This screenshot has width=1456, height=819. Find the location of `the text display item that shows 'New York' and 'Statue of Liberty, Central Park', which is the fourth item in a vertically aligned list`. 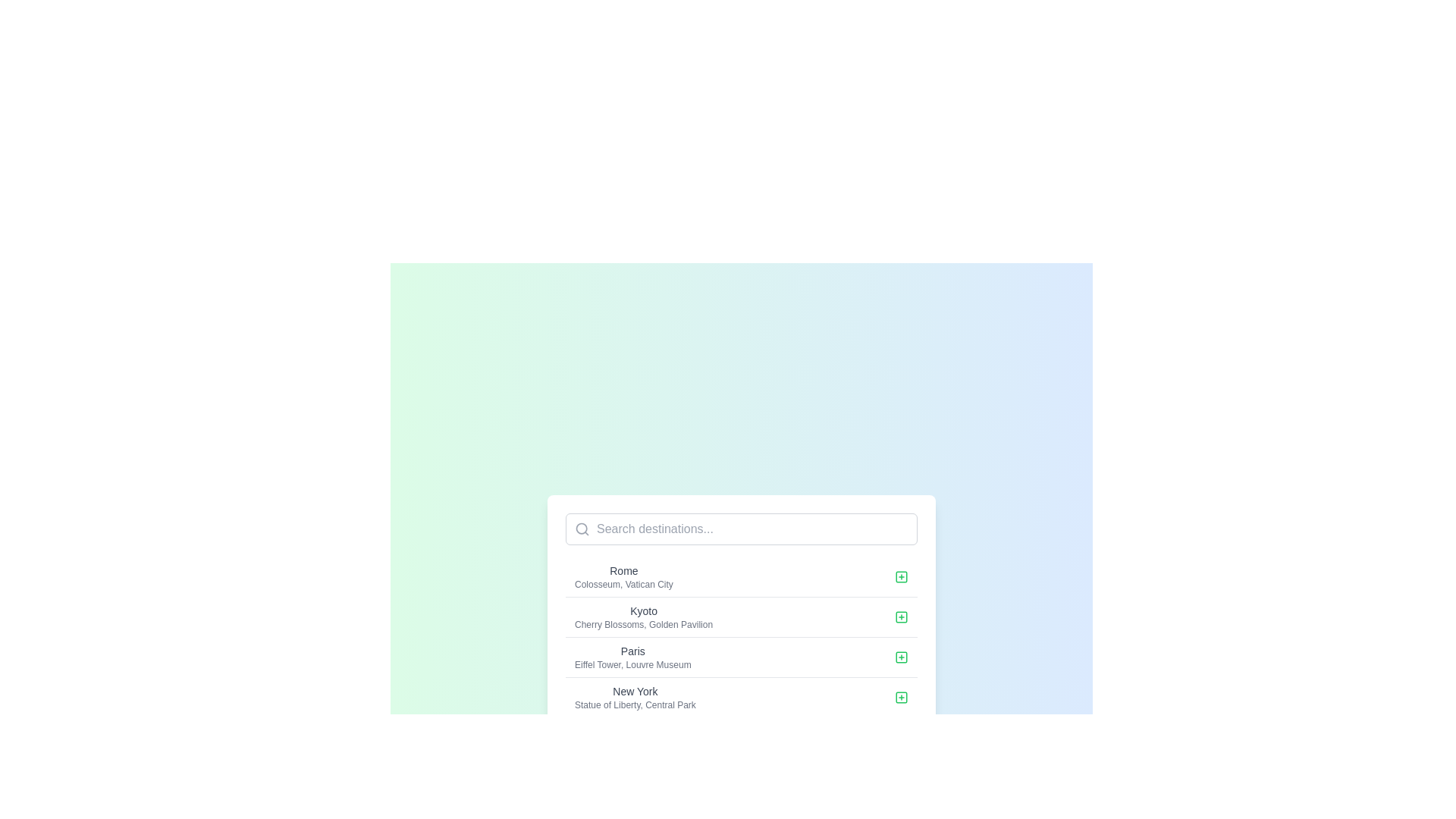

the text display item that shows 'New York' and 'Statue of Liberty, Central Park', which is the fourth item in a vertically aligned list is located at coordinates (635, 698).